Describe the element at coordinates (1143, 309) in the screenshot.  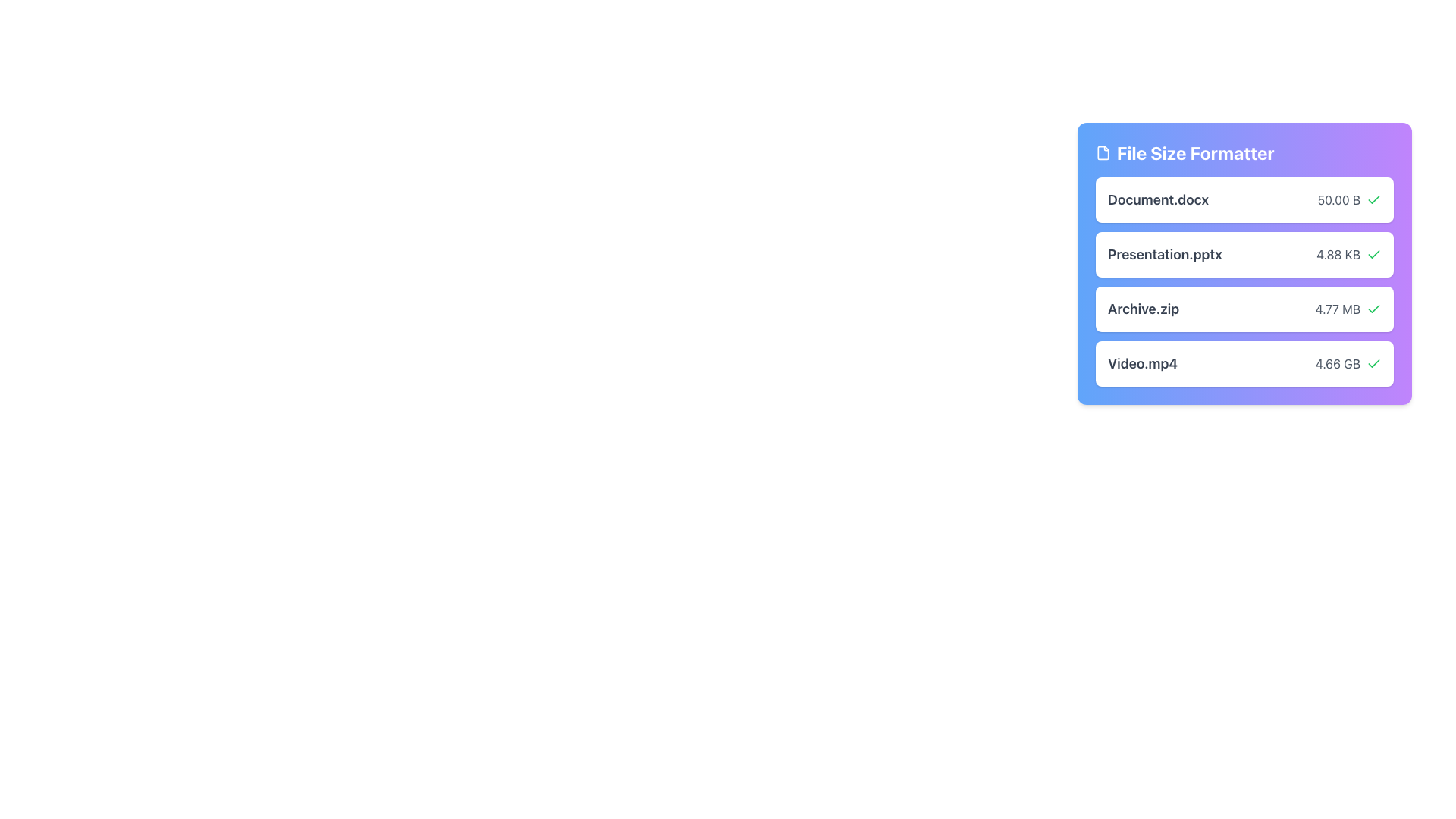
I see `the 'Archive.zip' text label, which is styled in a large, bold font with a dark gray color` at that location.